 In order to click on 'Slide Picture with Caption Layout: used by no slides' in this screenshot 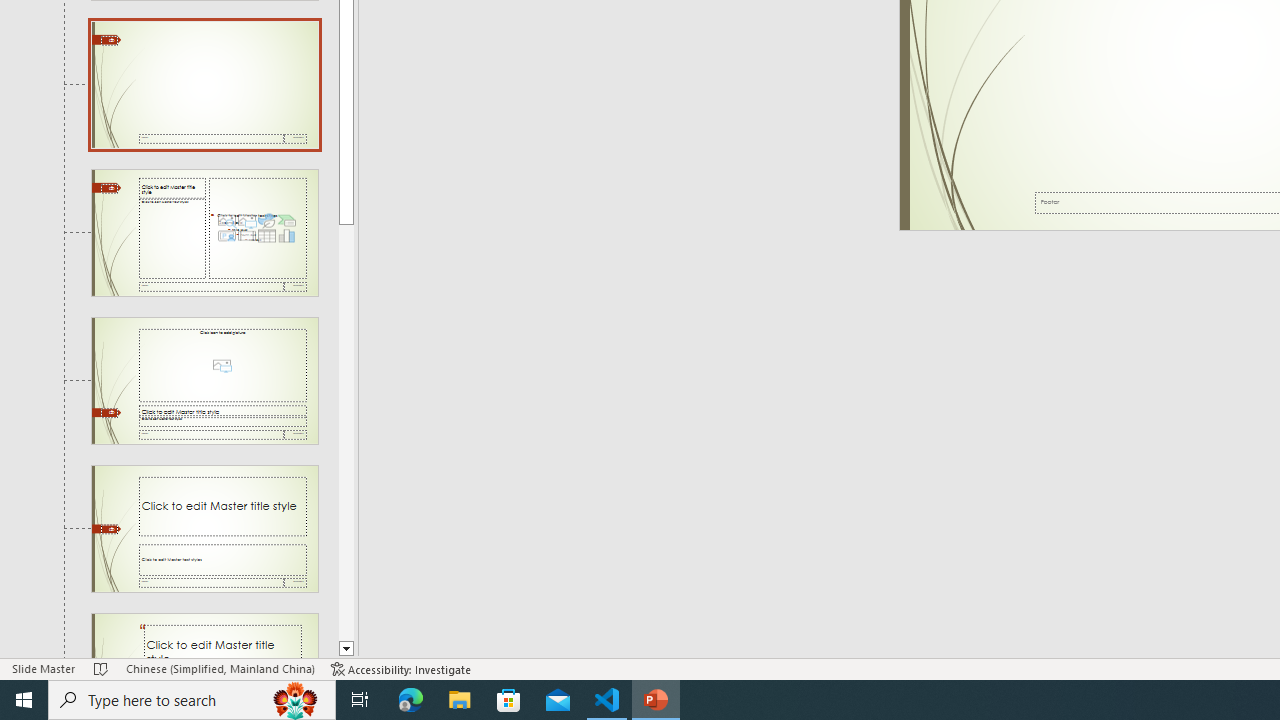, I will do `click(204, 381)`.